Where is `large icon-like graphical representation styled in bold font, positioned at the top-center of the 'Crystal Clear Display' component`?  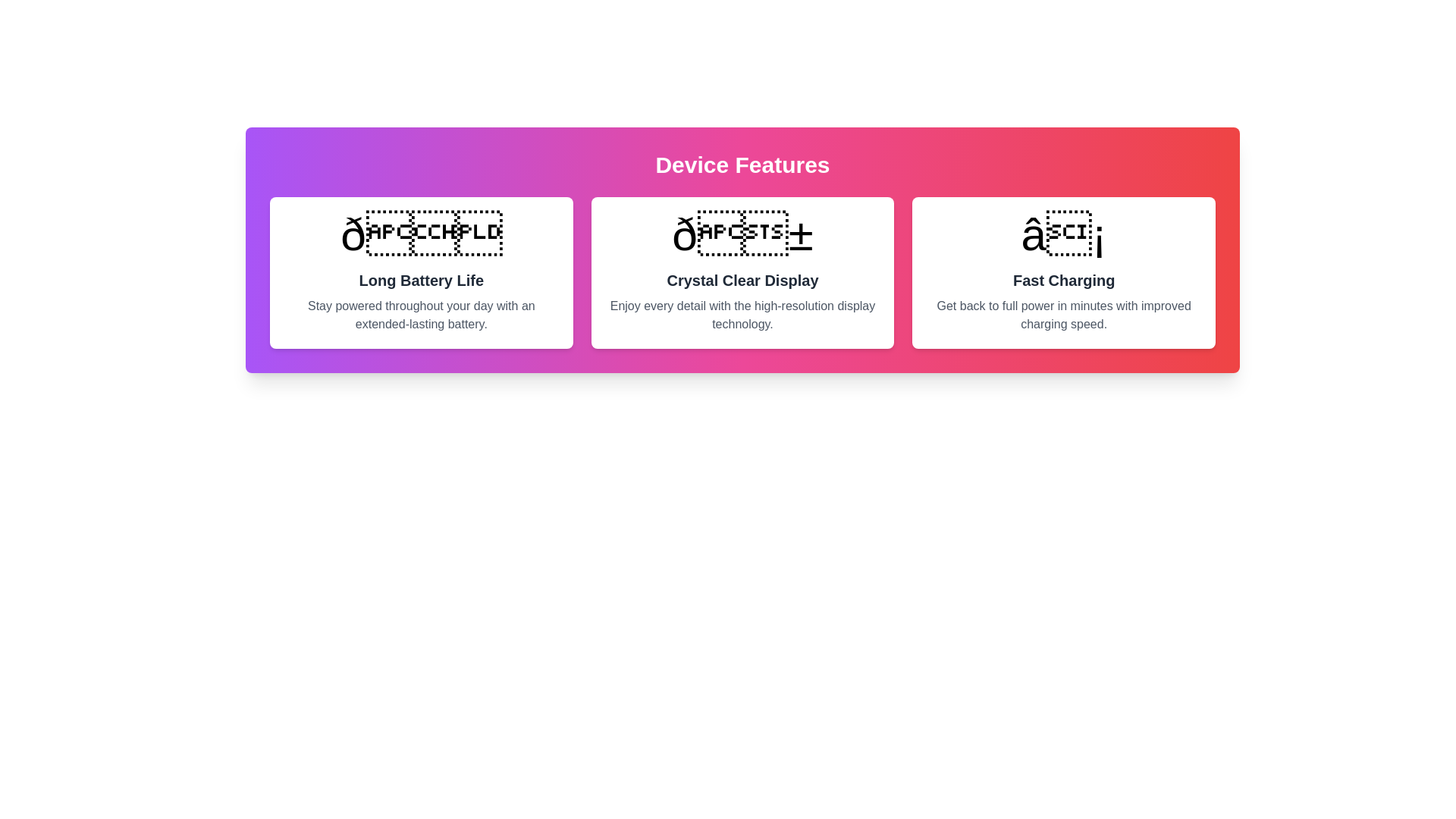 large icon-like graphical representation styled in bold font, positioned at the top-center of the 'Crystal Clear Display' component is located at coordinates (742, 234).